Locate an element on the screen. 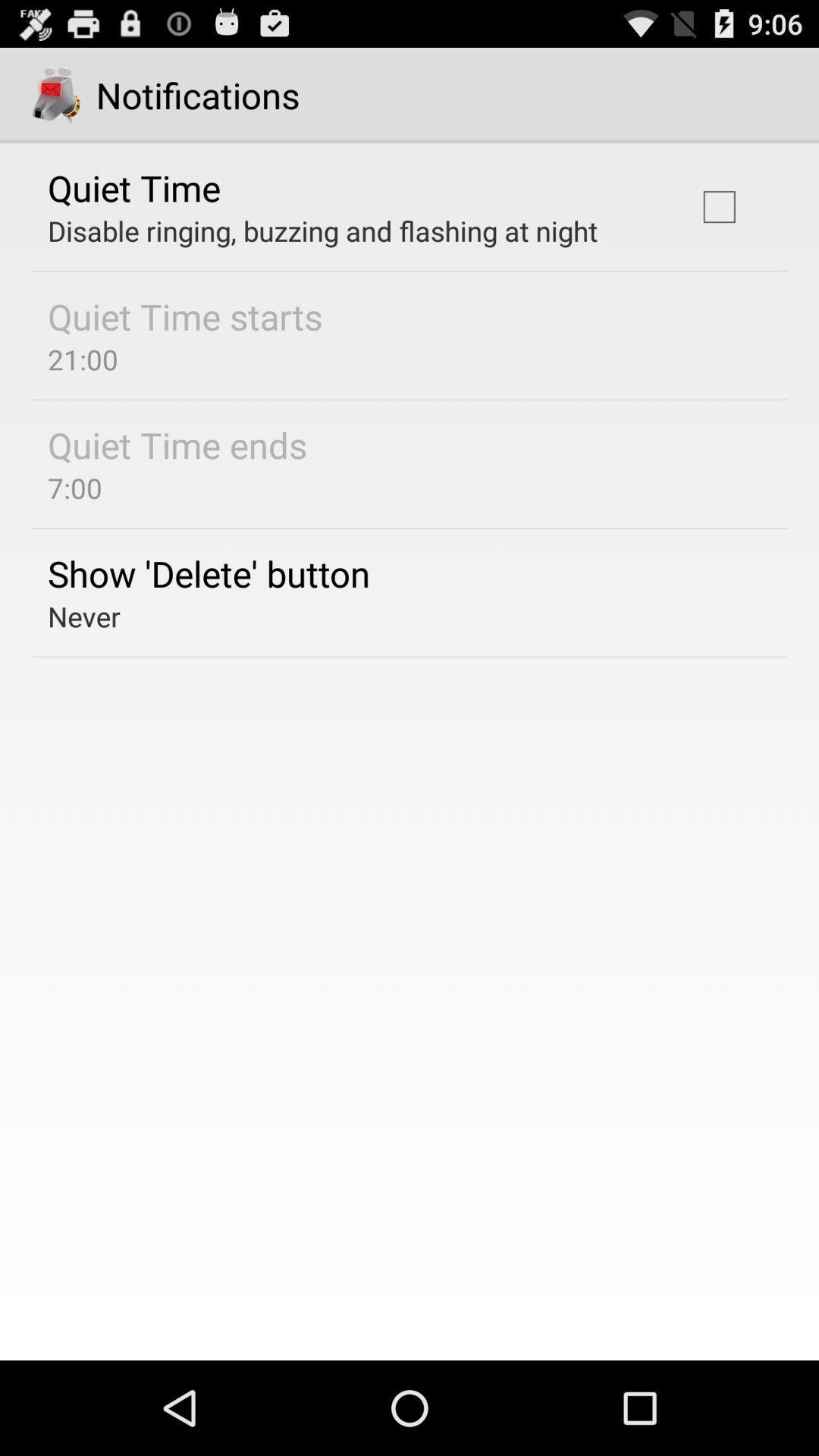  the show 'delete' button app is located at coordinates (209, 573).